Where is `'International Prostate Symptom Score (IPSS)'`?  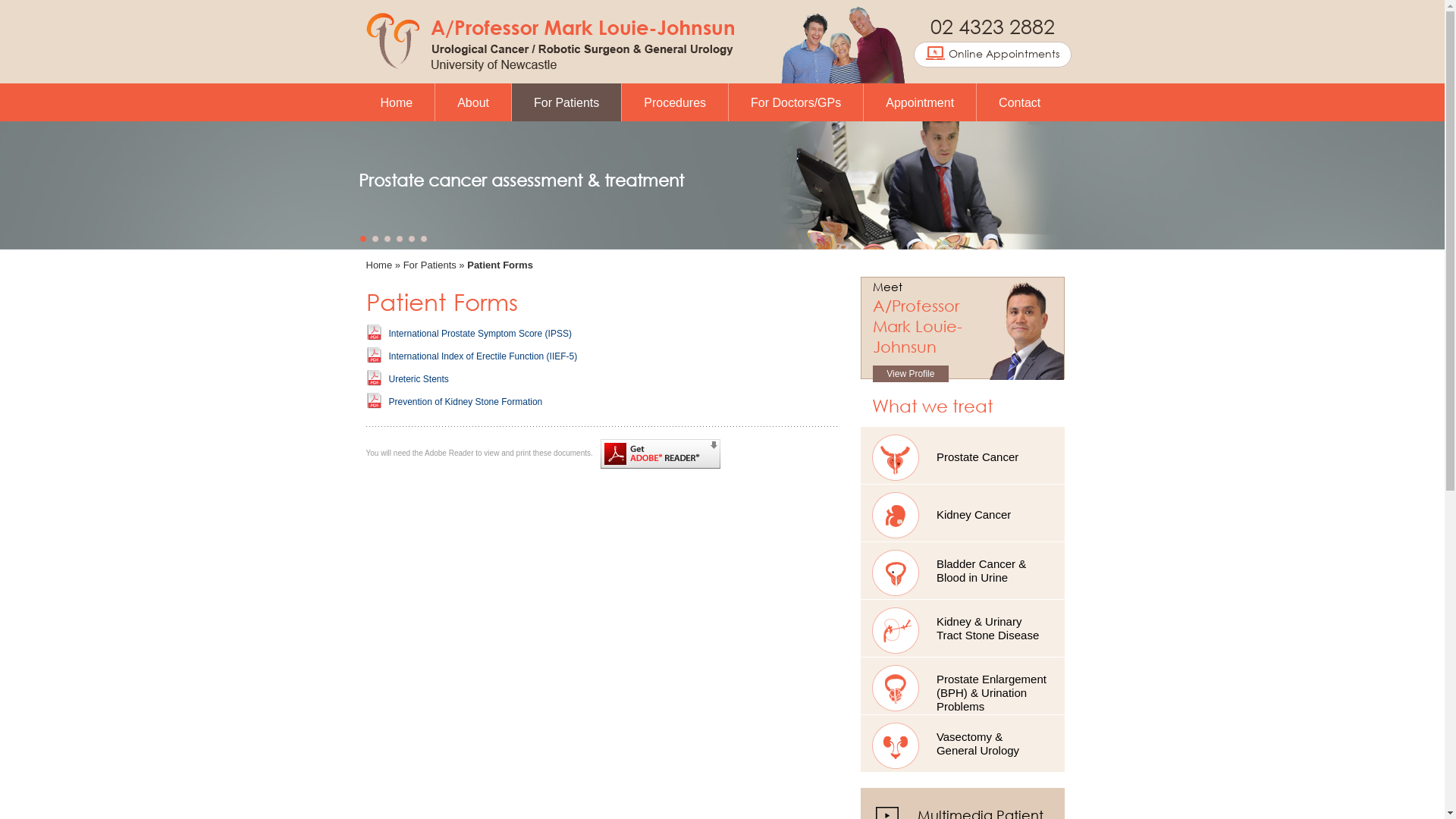
'International Prostate Symptom Score (IPSS)' is located at coordinates (388, 332).